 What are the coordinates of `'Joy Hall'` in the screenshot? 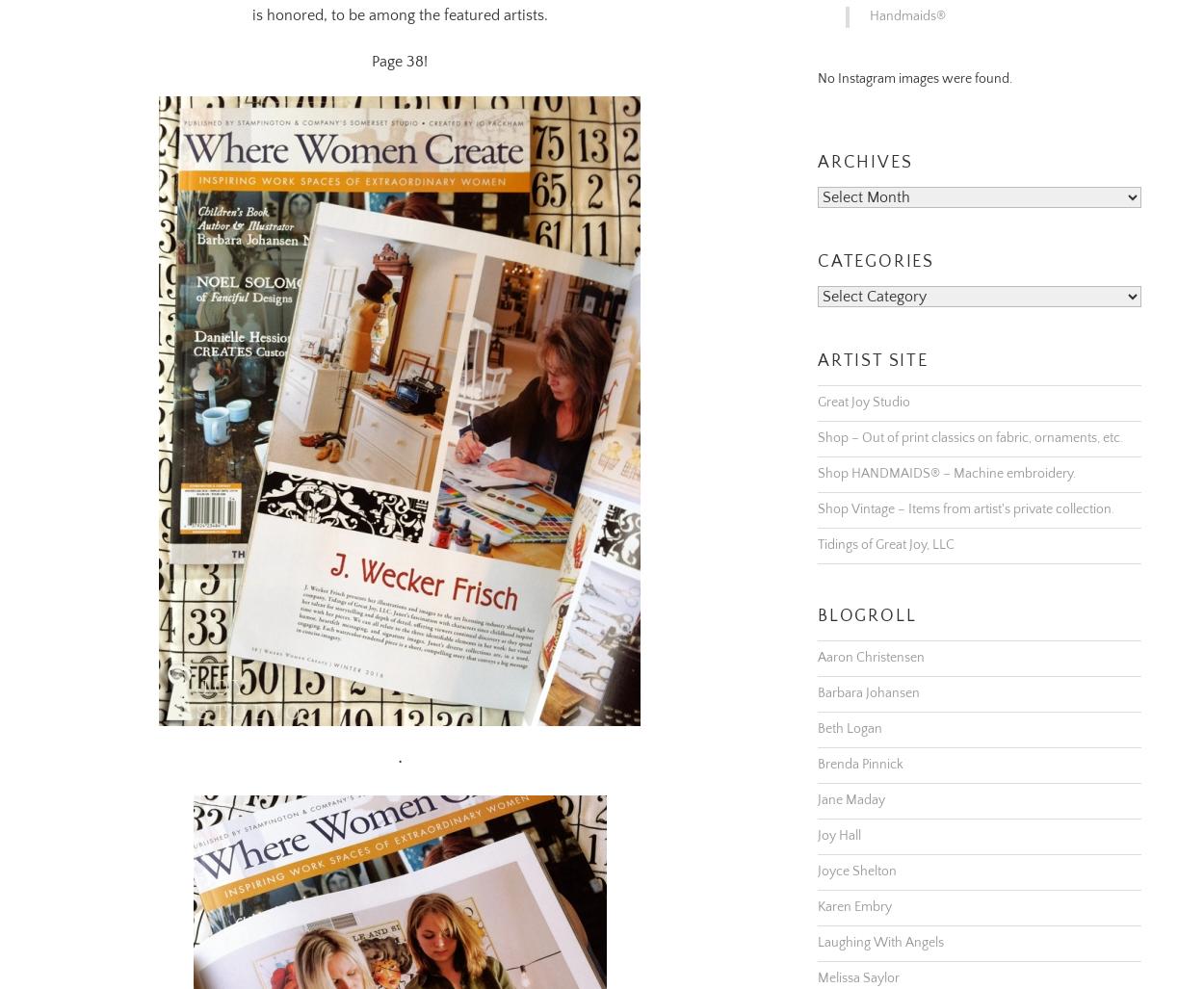 It's located at (817, 811).